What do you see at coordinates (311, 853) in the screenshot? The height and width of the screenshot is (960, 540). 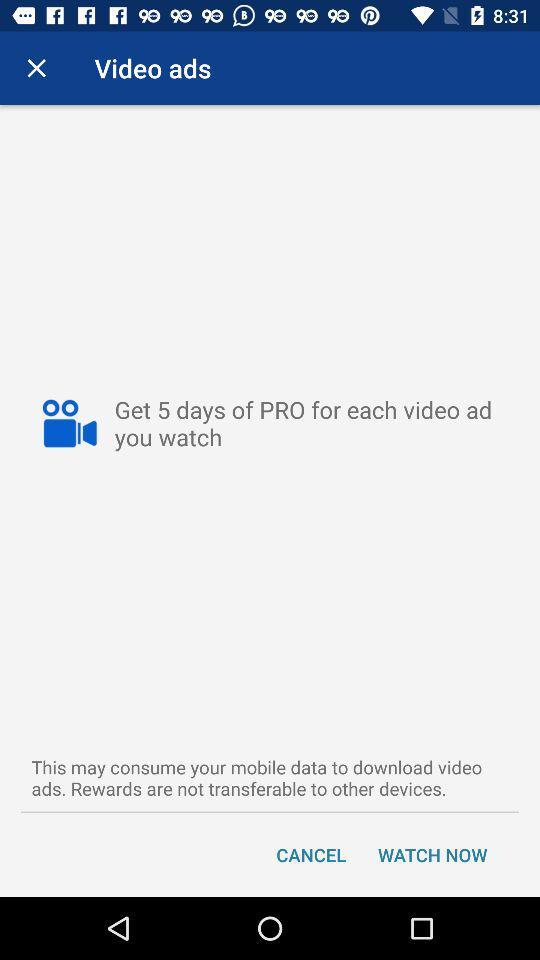 I see `item to the left of the watch now` at bounding box center [311, 853].